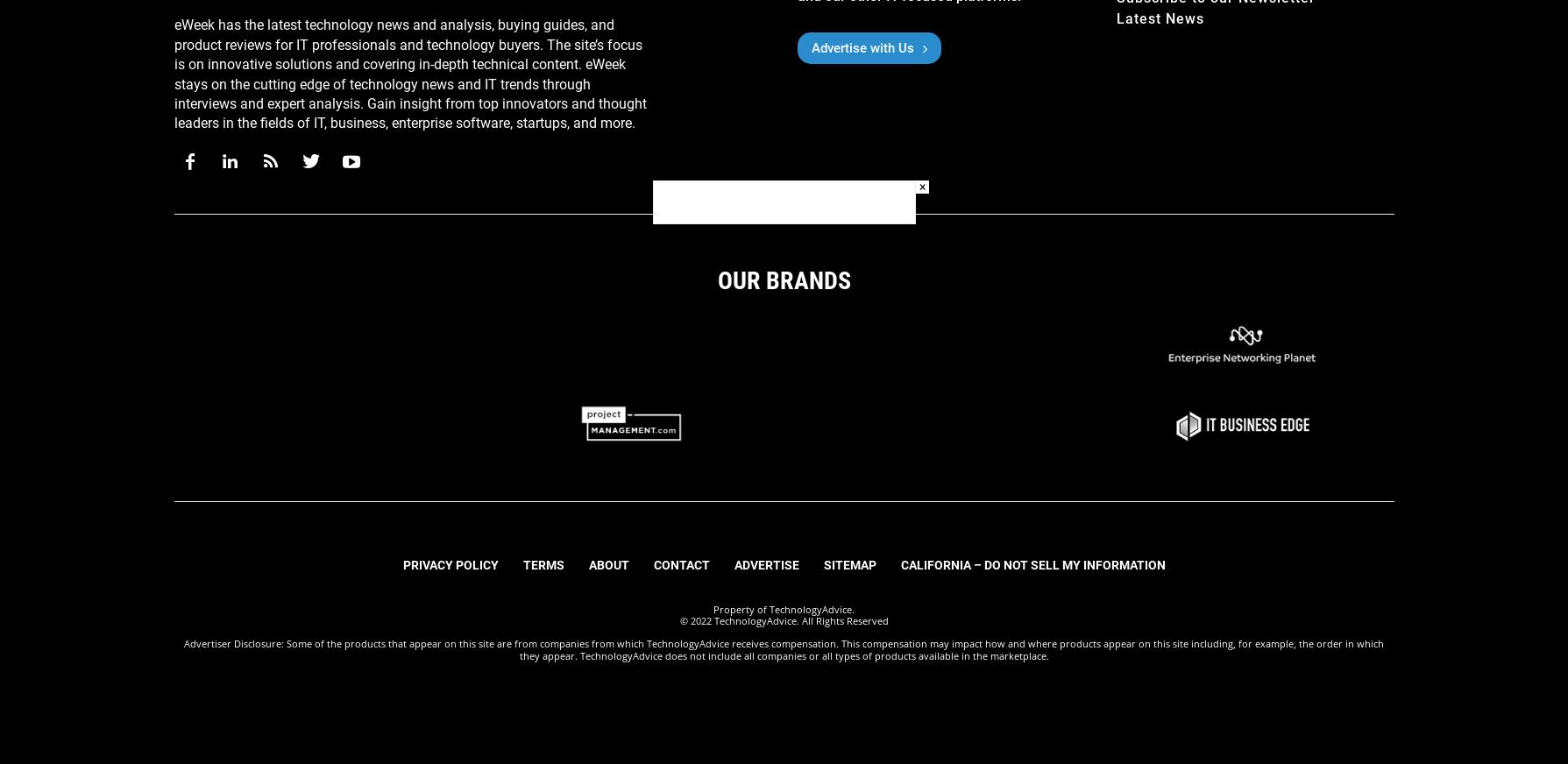  What do you see at coordinates (543, 563) in the screenshot?
I see `'Terms'` at bounding box center [543, 563].